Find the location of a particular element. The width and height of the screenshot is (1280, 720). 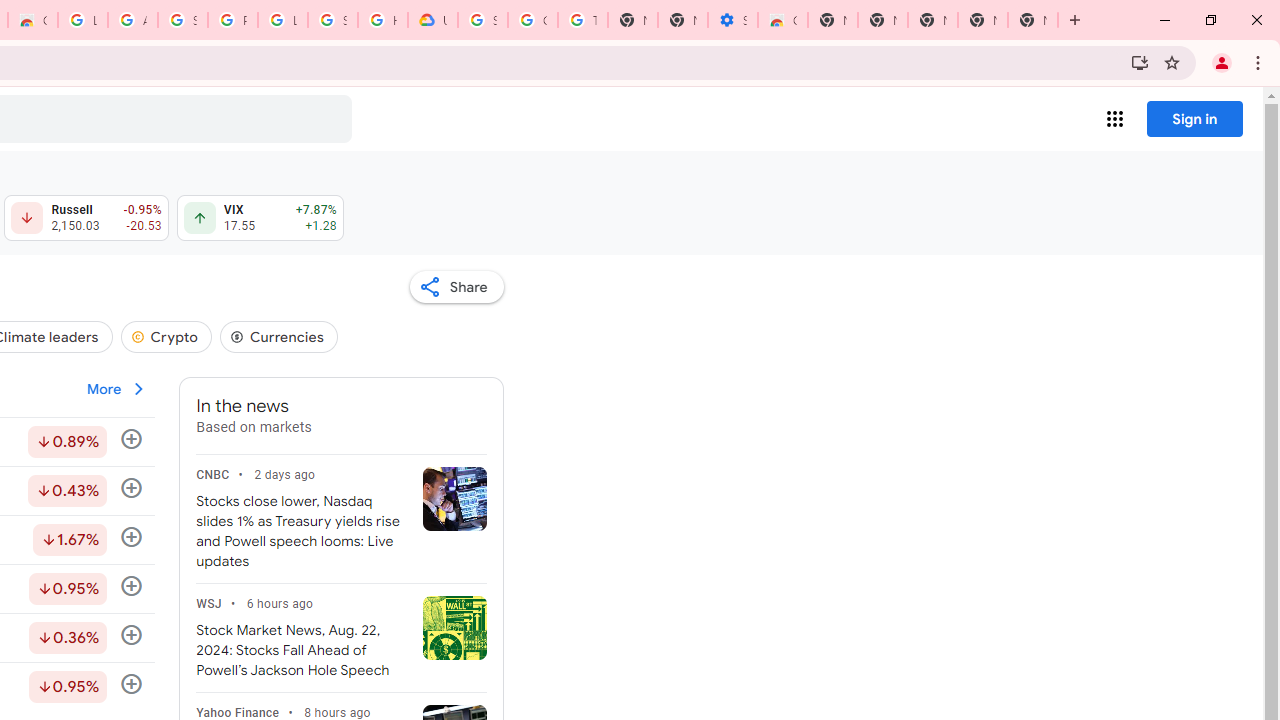

'Google Account Help' is located at coordinates (533, 20).